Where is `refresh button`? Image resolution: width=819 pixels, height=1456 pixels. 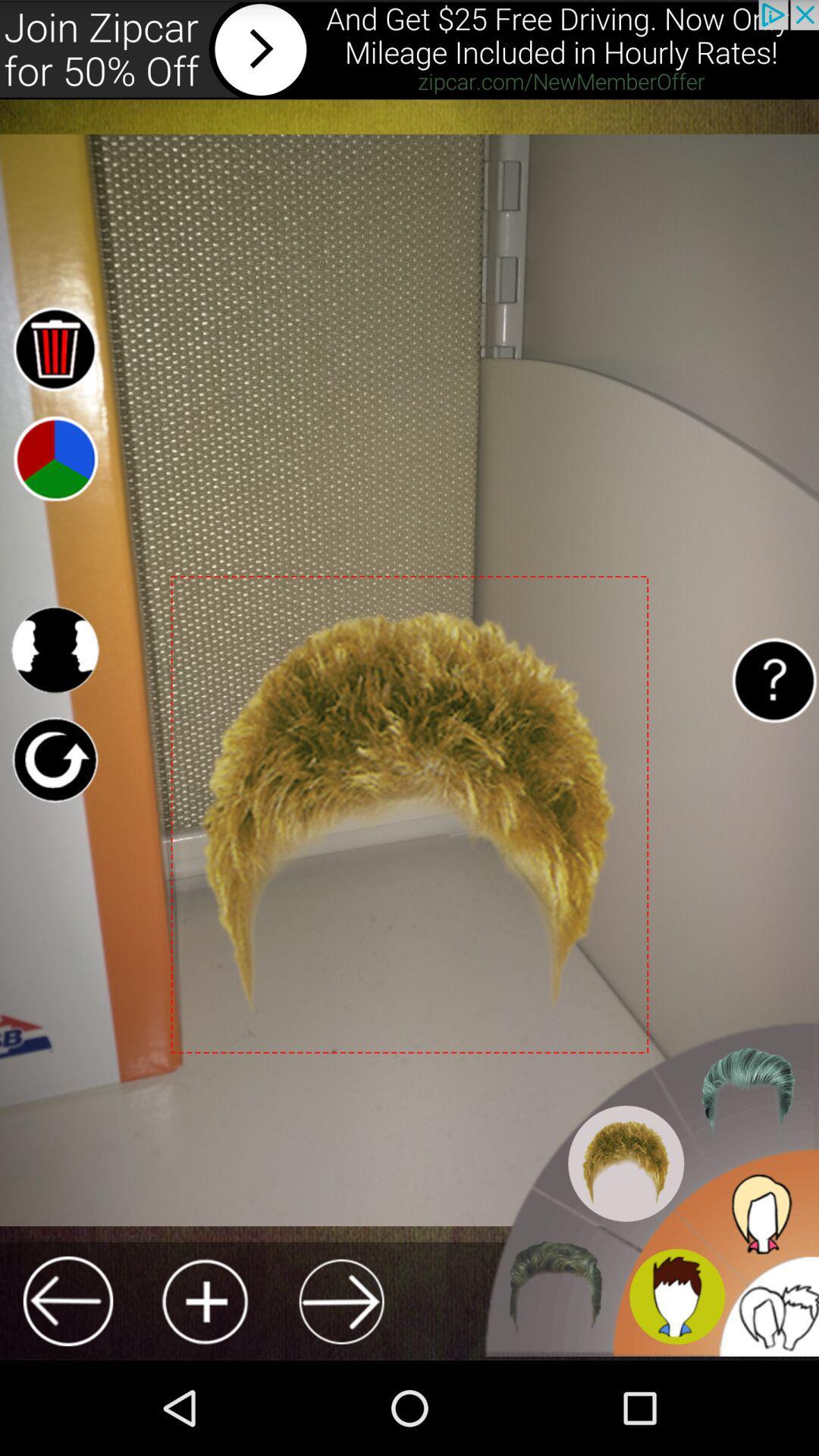 refresh button is located at coordinates (54, 760).